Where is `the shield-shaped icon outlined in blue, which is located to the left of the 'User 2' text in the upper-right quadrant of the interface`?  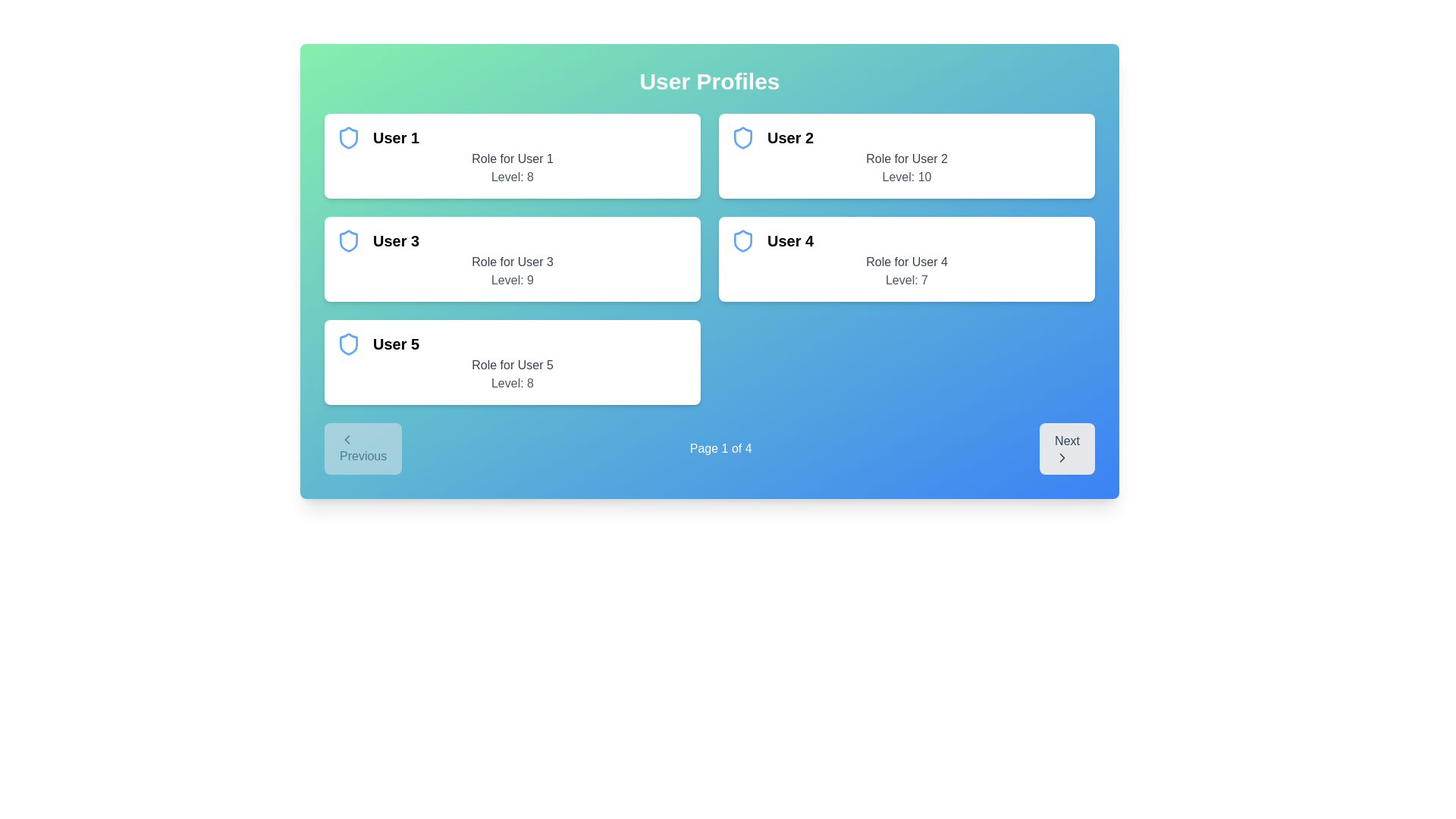
the shield-shaped icon outlined in blue, which is located to the left of the 'User 2' text in the upper-right quadrant of the interface is located at coordinates (742, 137).